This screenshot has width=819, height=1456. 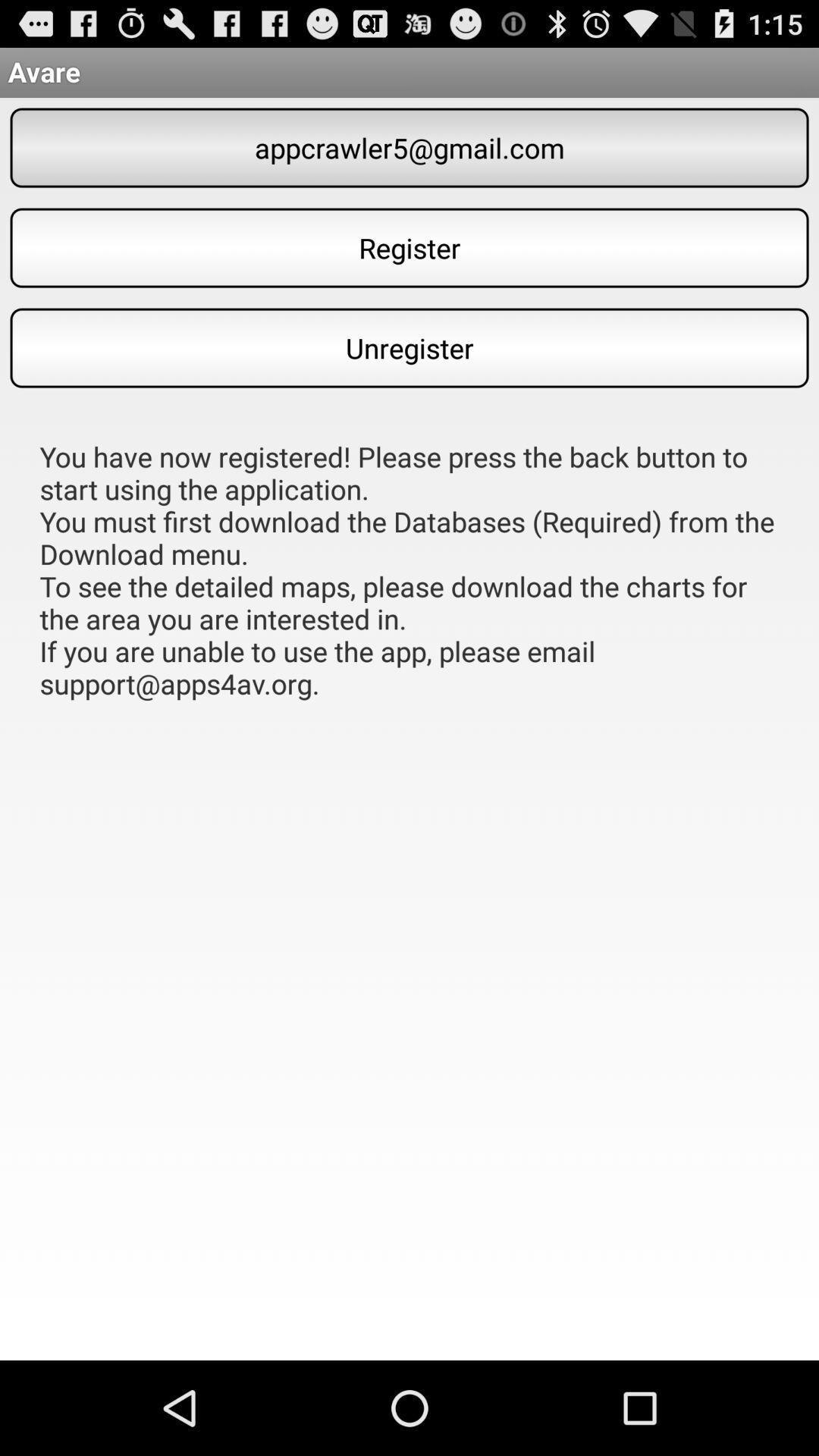 I want to click on the item below appcrawler5@gmail.com item, so click(x=409, y=247).